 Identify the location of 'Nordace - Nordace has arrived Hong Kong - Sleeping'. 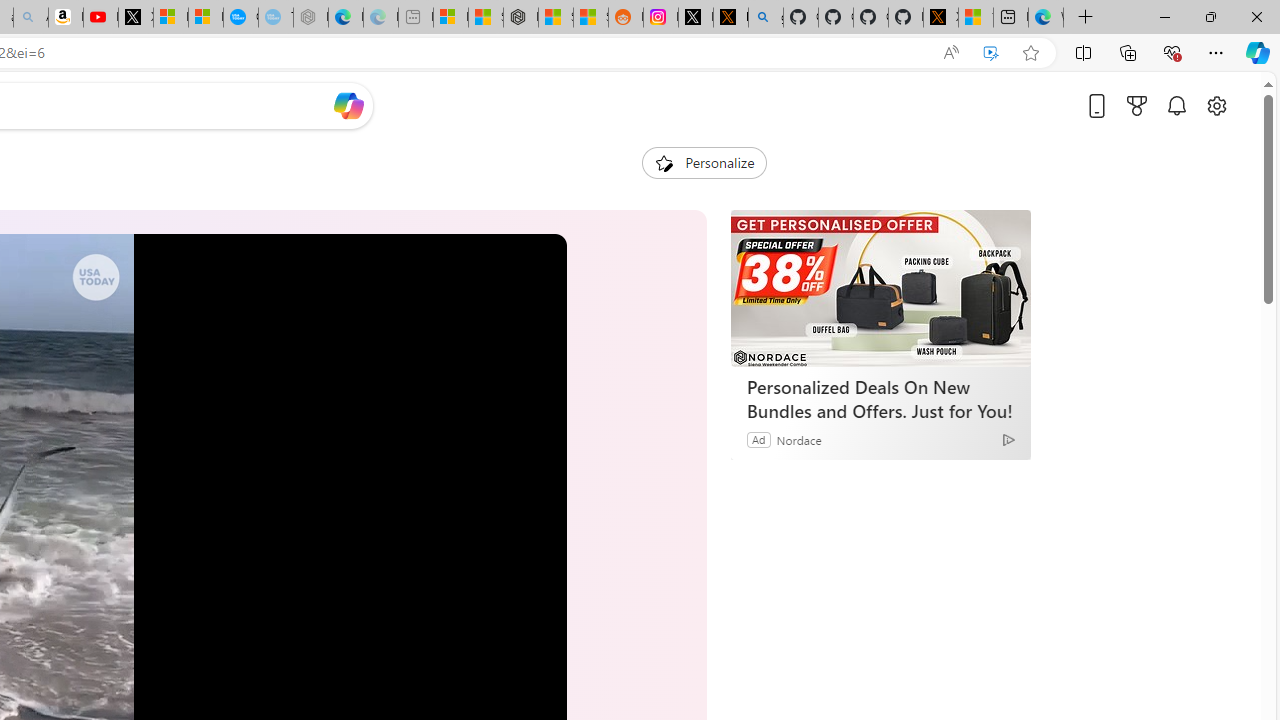
(310, 17).